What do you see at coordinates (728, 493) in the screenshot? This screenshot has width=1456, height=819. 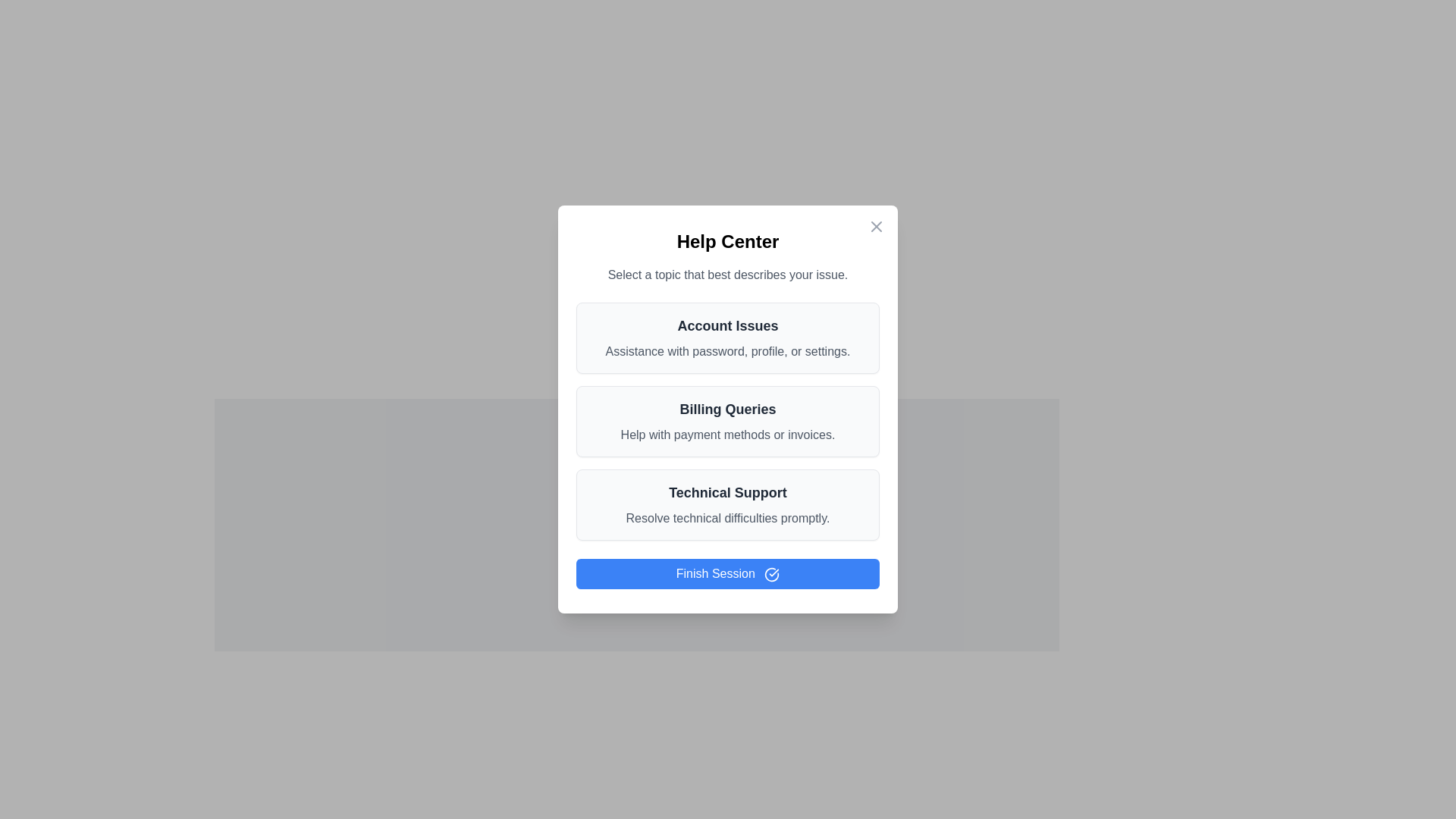 I see `text content of the bold 'Technical Support' label, which is centrally aligned in the Help Center modal dialog` at bounding box center [728, 493].